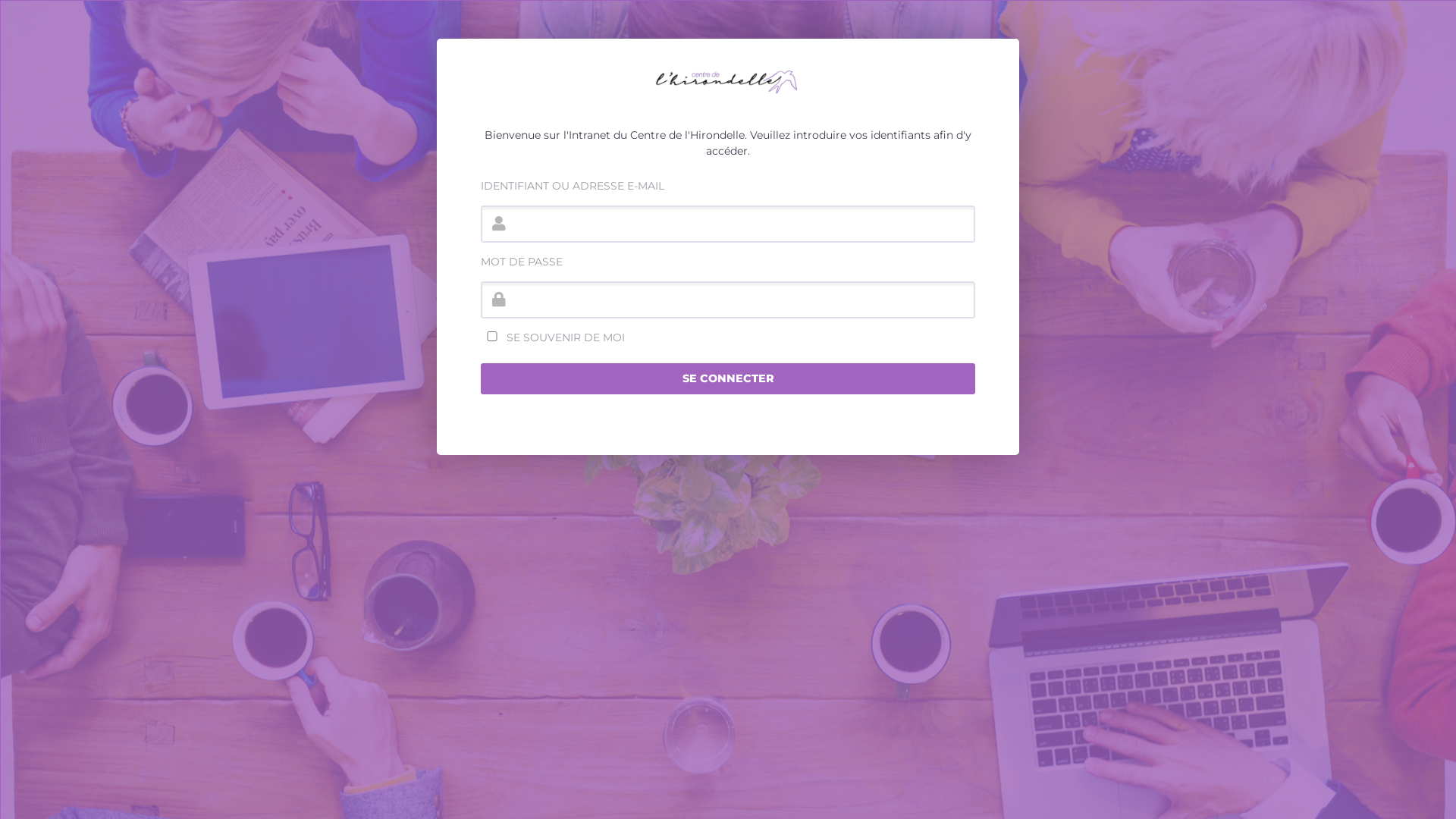 This screenshot has width=1456, height=819. I want to click on 'Se connecter', so click(728, 378).